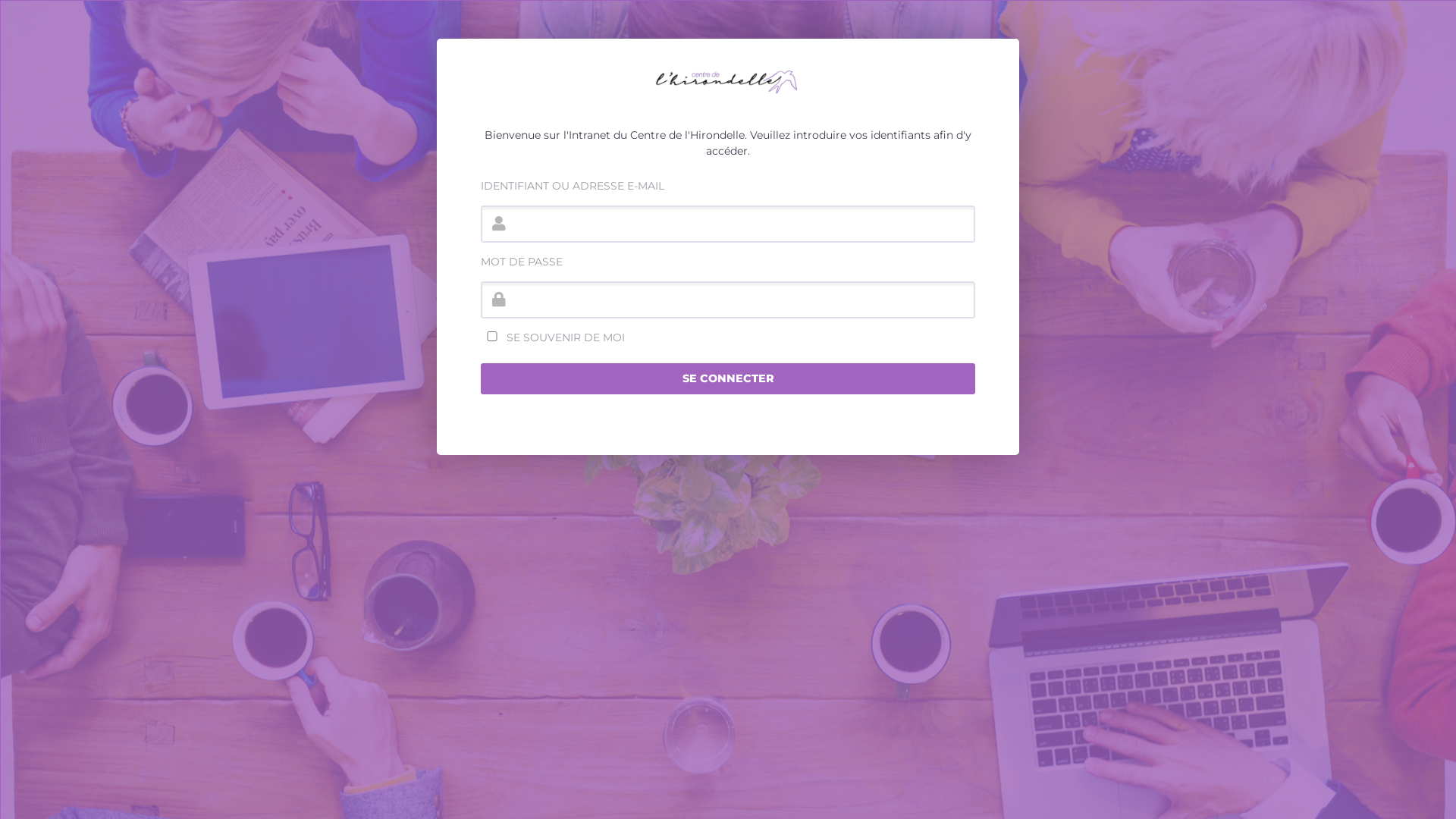 This screenshot has width=1456, height=819. I want to click on 'Se connecter', so click(728, 378).